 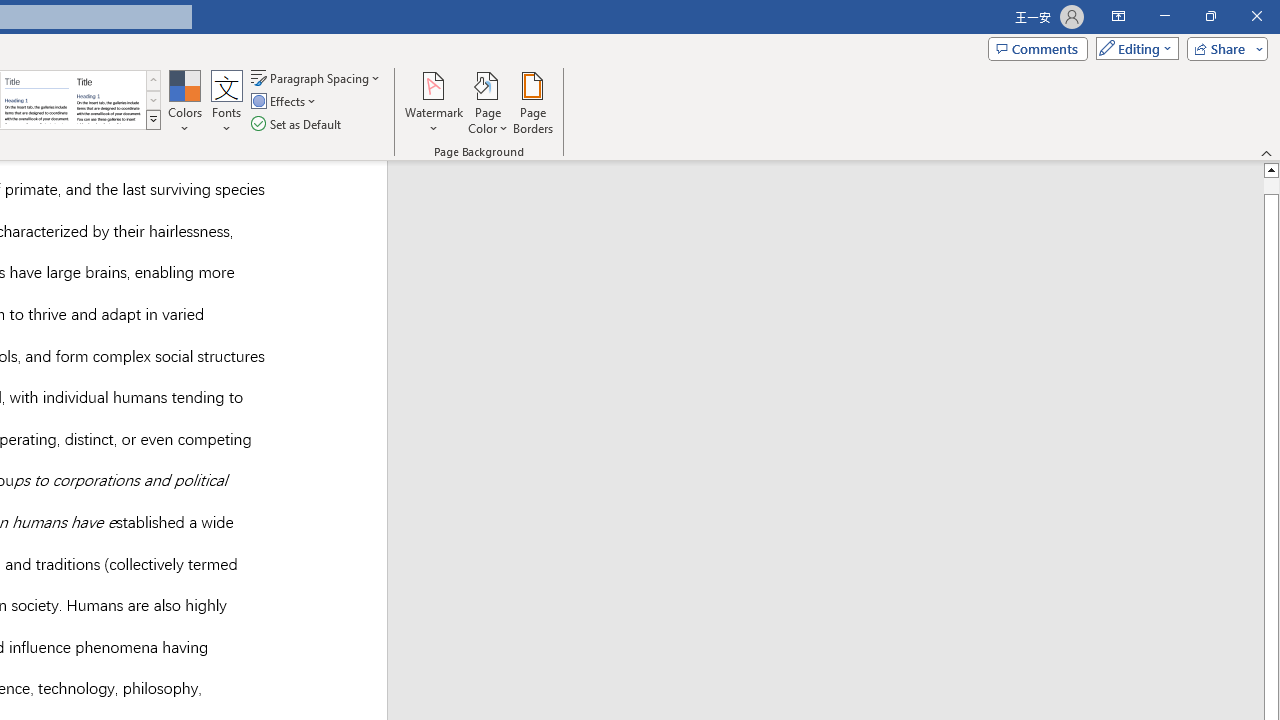 What do you see at coordinates (433, 103) in the screenshot?
I see `'Watermark'` at bounding box center [433, 103].